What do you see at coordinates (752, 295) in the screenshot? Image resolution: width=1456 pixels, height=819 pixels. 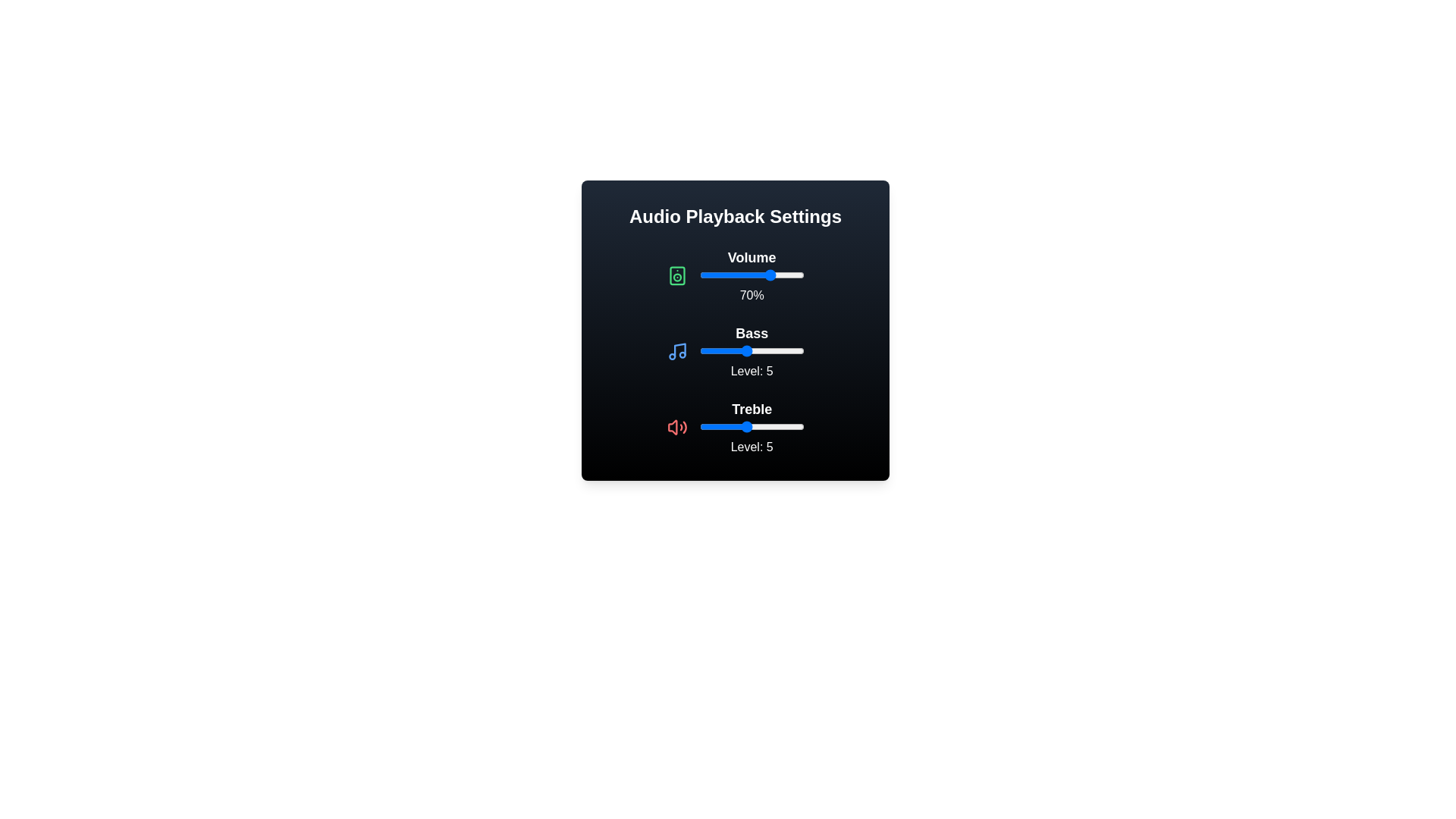 I see `the static text label displaying '70%' which is positioned below the 'Volume' slider and above the 'Bass' section` at bounding box center [752, 295].